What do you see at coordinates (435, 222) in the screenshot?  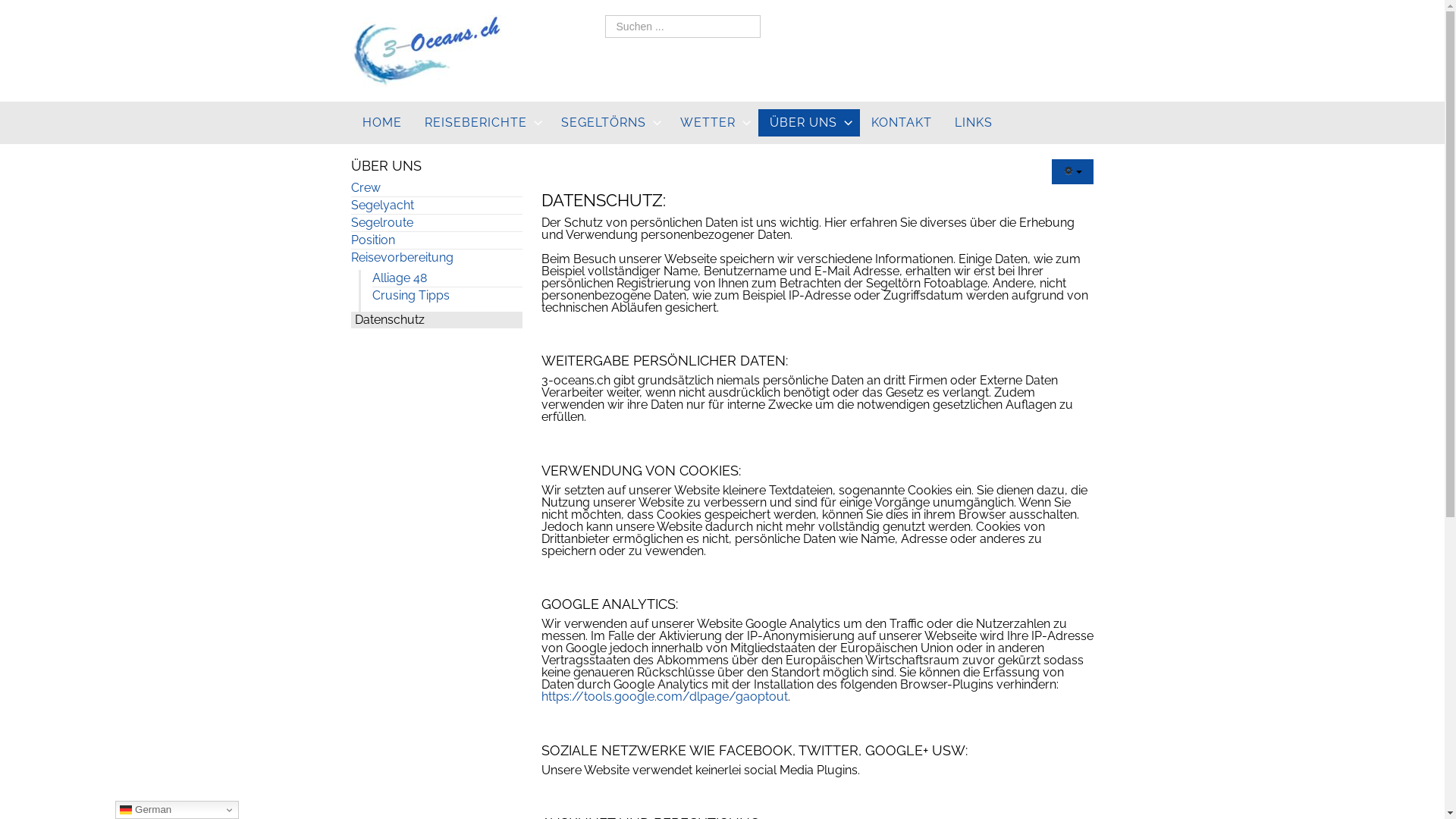 I see `'Segelroute'` at bounding box center [435, 222].